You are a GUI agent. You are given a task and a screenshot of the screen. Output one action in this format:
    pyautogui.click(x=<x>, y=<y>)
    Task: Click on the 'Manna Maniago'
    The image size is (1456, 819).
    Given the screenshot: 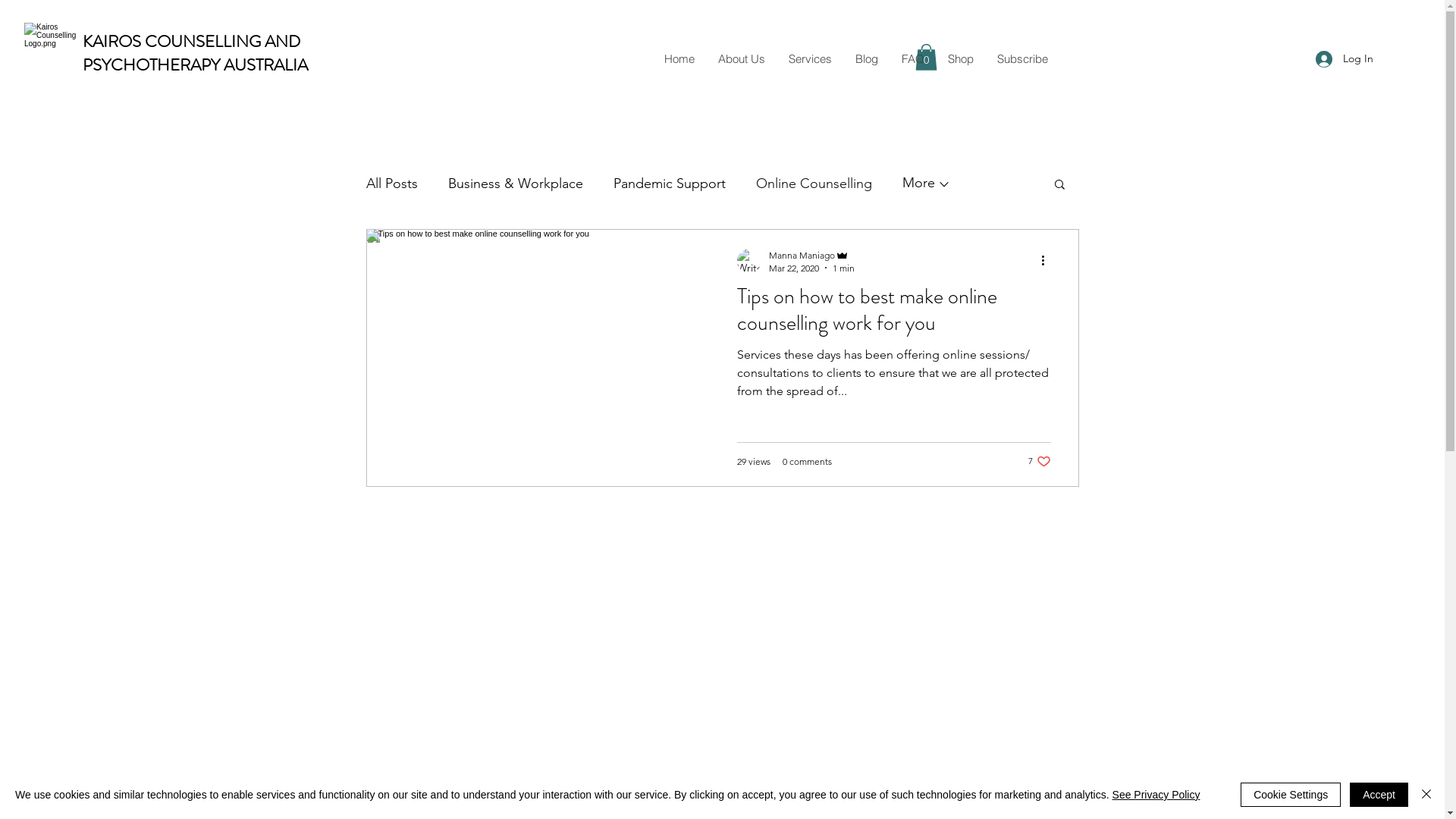 What is the action you would take?
    pyautogui.click(x=811, y=254)
    